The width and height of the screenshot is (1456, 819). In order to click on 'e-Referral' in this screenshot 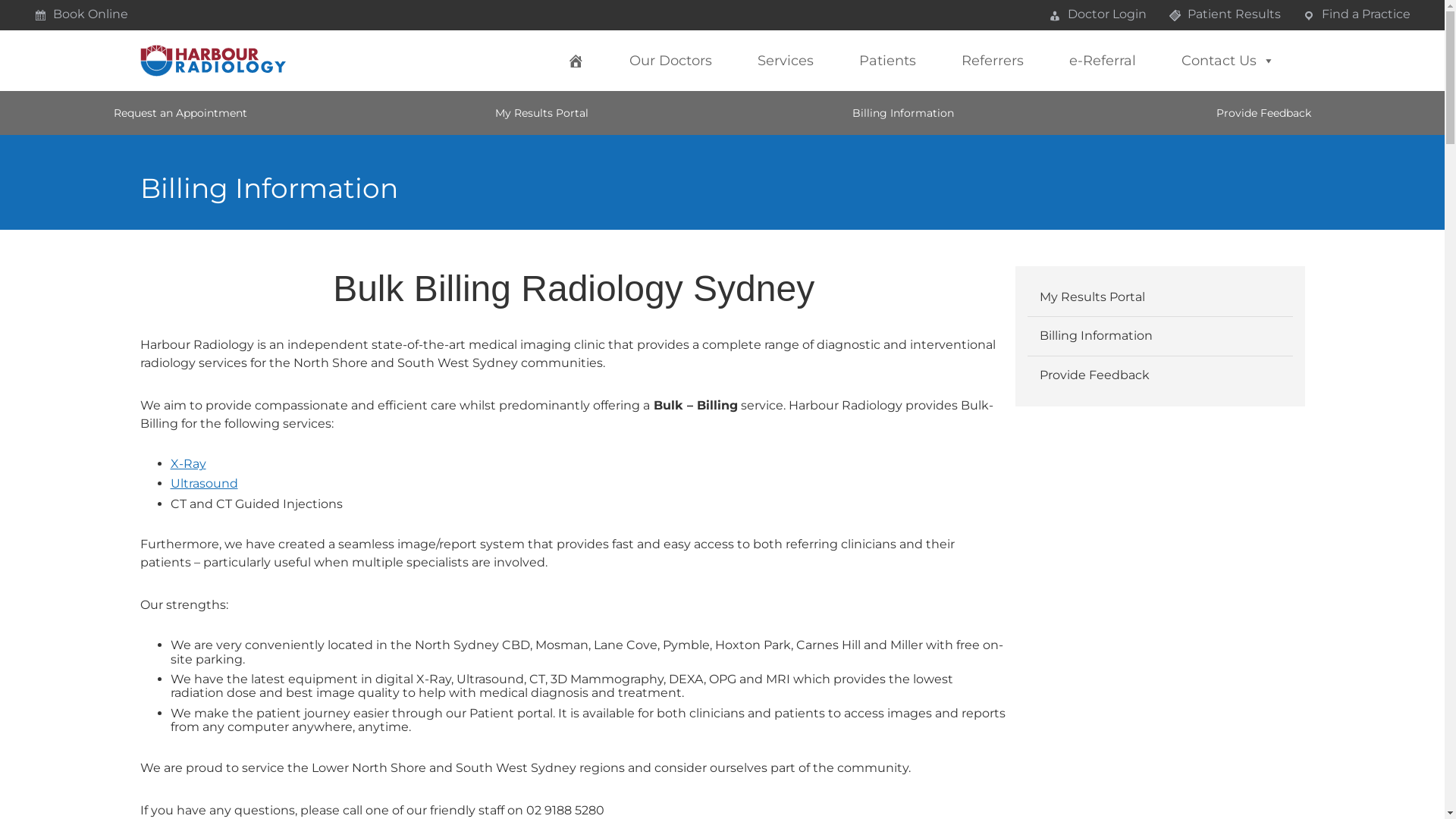, I will do `click(1103, 60)`.